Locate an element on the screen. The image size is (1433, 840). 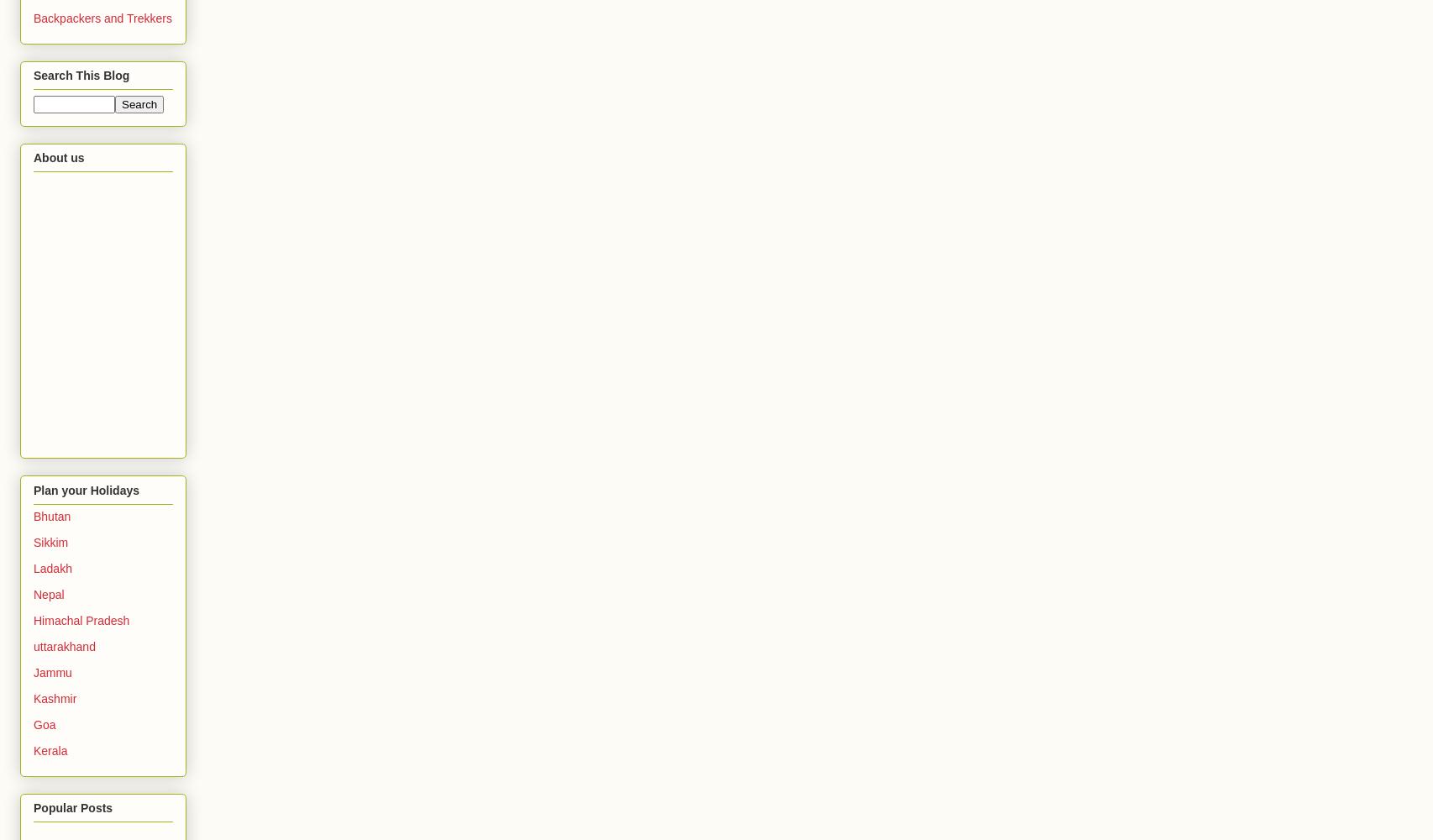
'Kashmir' is located at coordinates (33, 697).